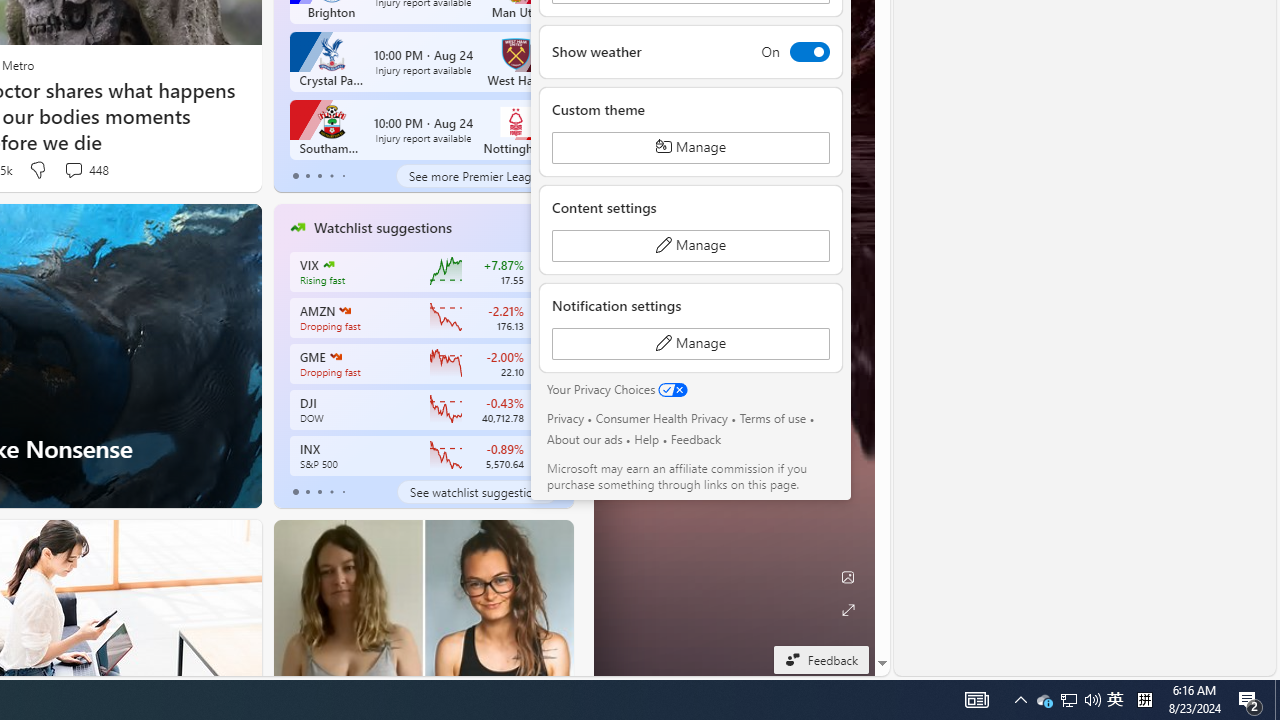  What do you see at coordinates (344, 311) in the screenshot?
I see `'AMAZON.COM, INC.'` at bounding box center [344, 311].